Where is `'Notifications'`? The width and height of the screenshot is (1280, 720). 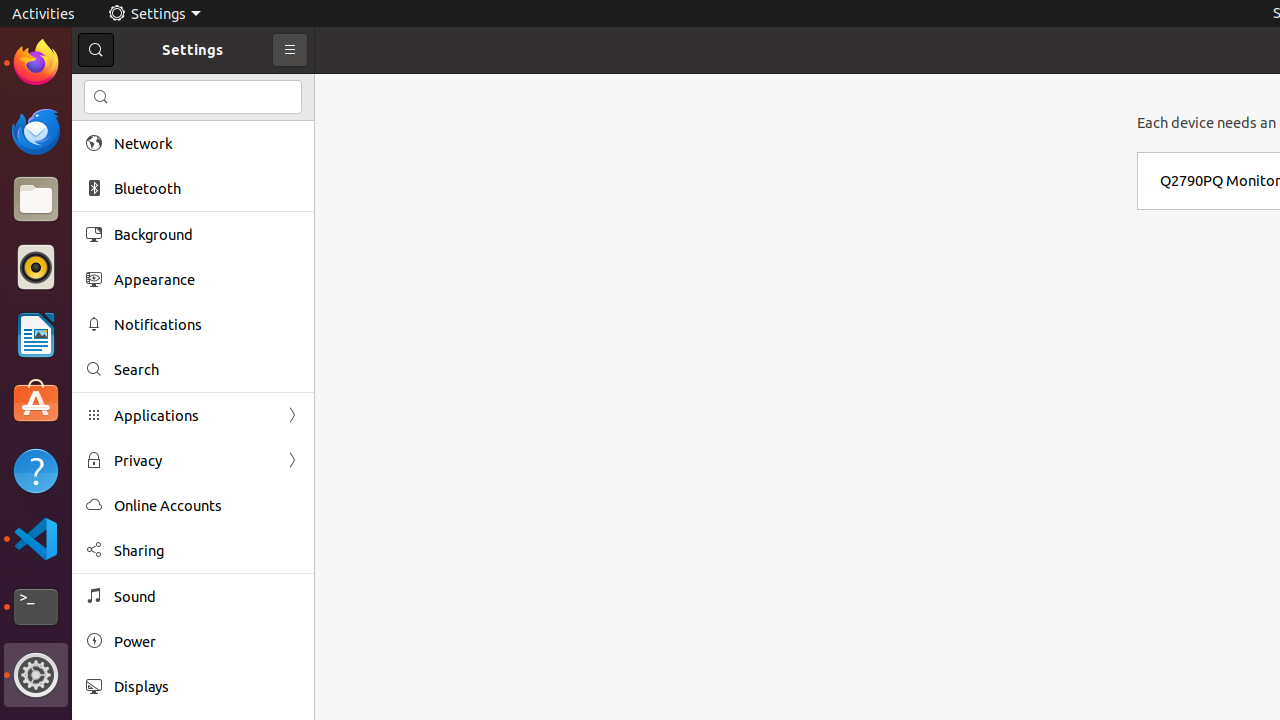
'Notifications' is located at coordinates (206, 323).